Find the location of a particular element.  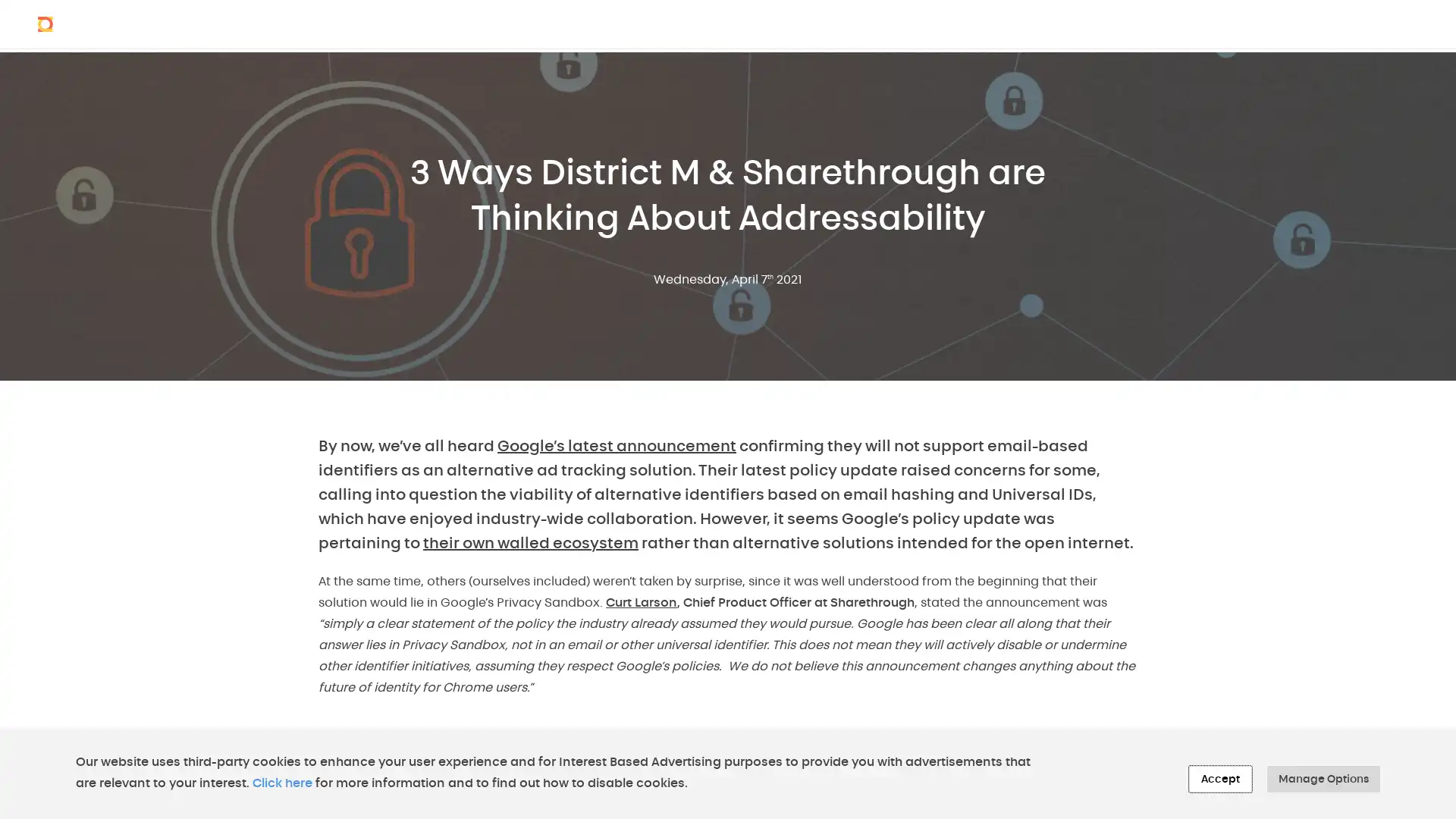

Accept is located at coordinates (1220, 779).